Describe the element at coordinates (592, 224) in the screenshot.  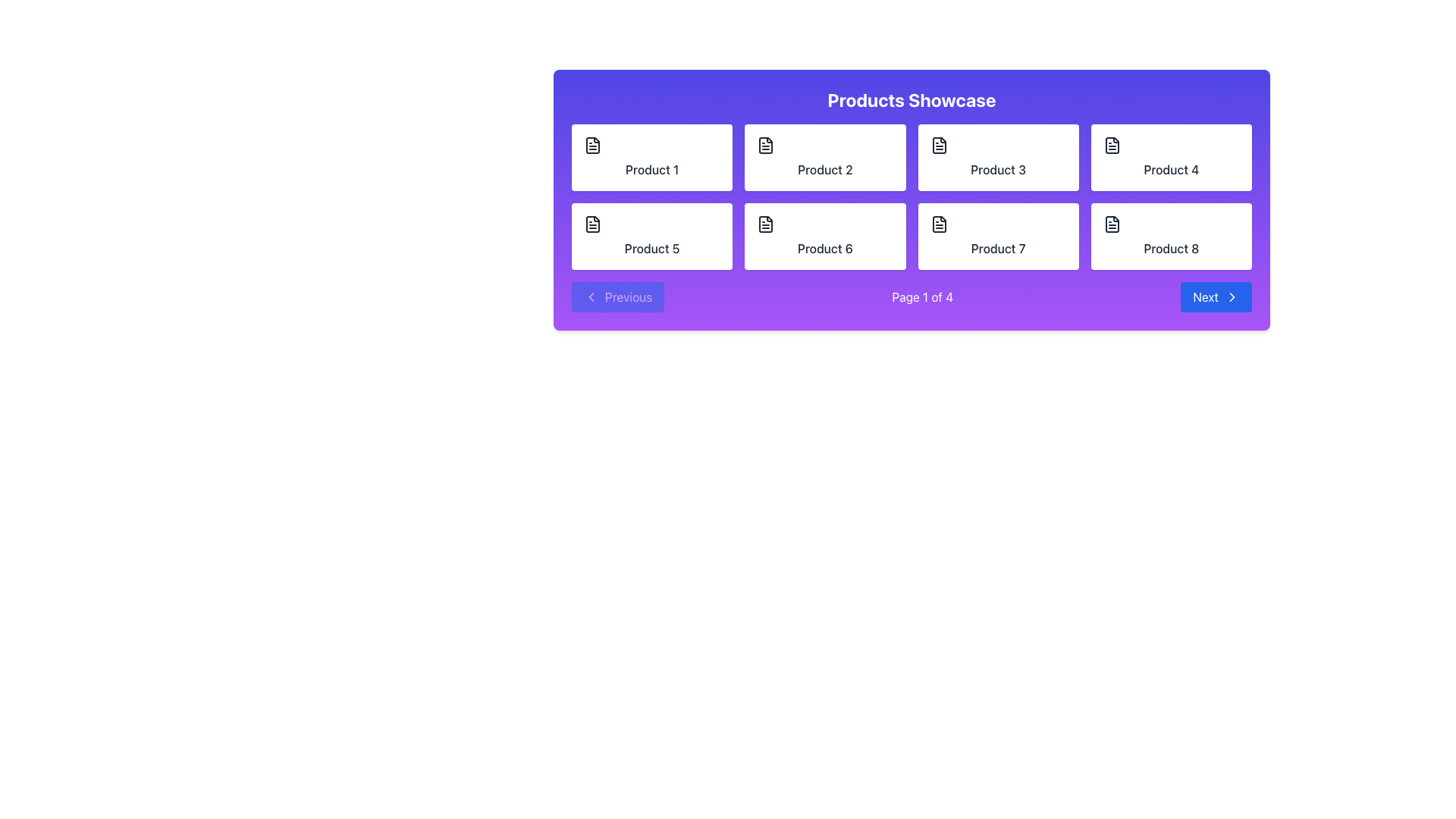
I see `the document icon located in the first column of the second row in the grid layout, which is directly below the 'Product 1' card and to the left of the 'Product 6' card` at that location.